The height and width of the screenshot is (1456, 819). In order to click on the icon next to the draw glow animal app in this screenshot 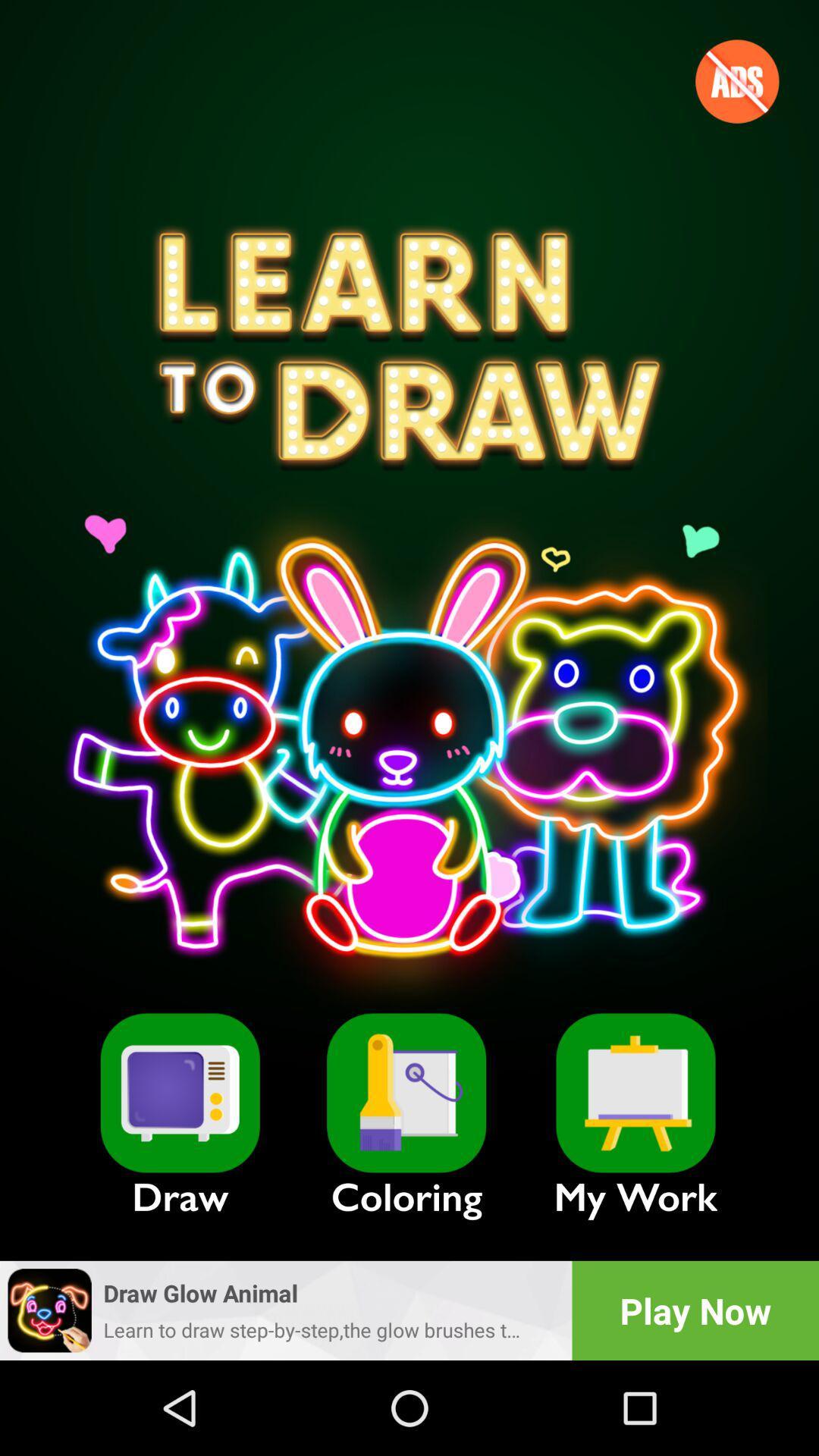, I will do `click(695, 1310)`.